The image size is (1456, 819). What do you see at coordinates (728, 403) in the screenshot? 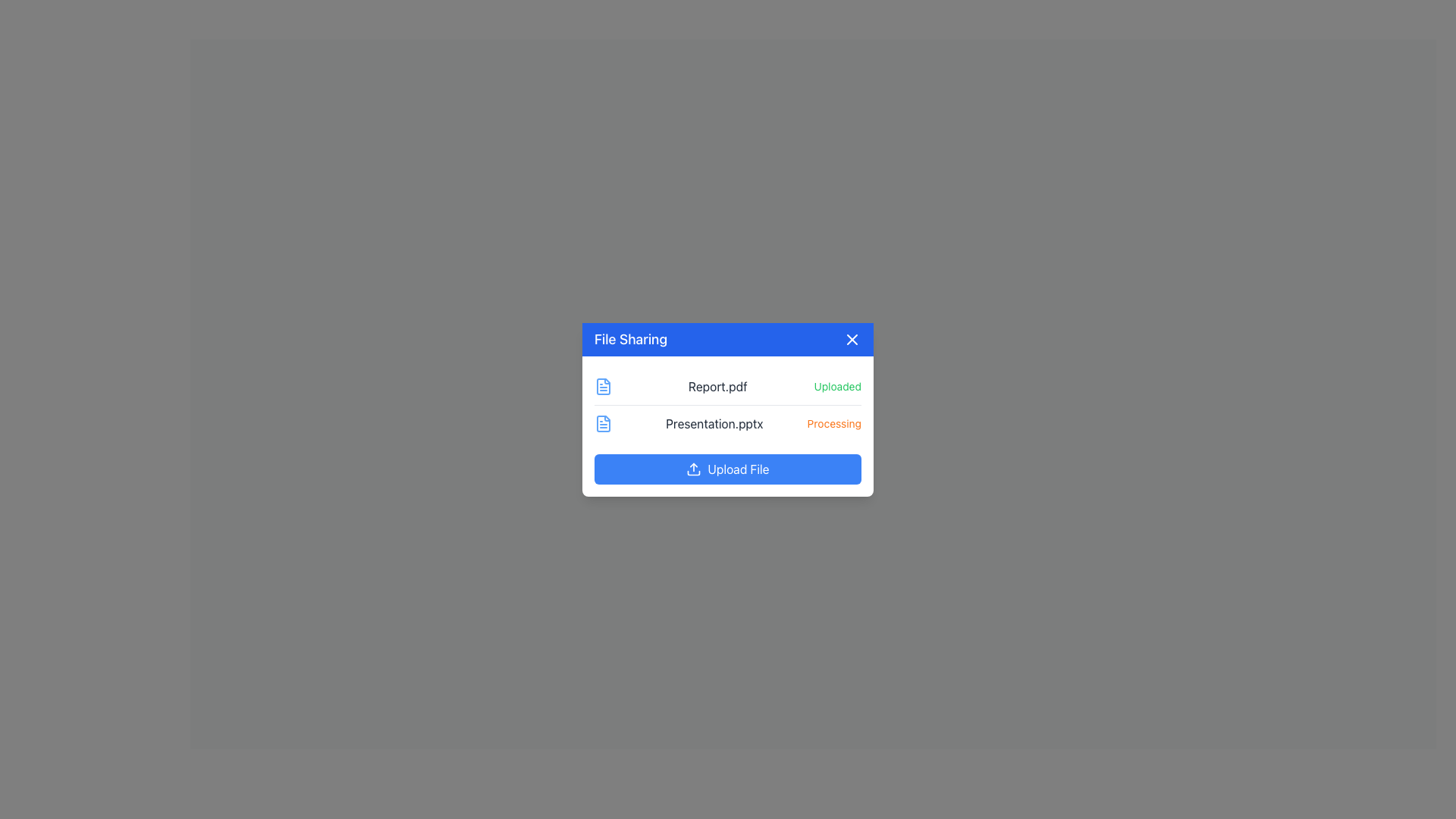
I see `the file list component` at bounding box center [728, 403].